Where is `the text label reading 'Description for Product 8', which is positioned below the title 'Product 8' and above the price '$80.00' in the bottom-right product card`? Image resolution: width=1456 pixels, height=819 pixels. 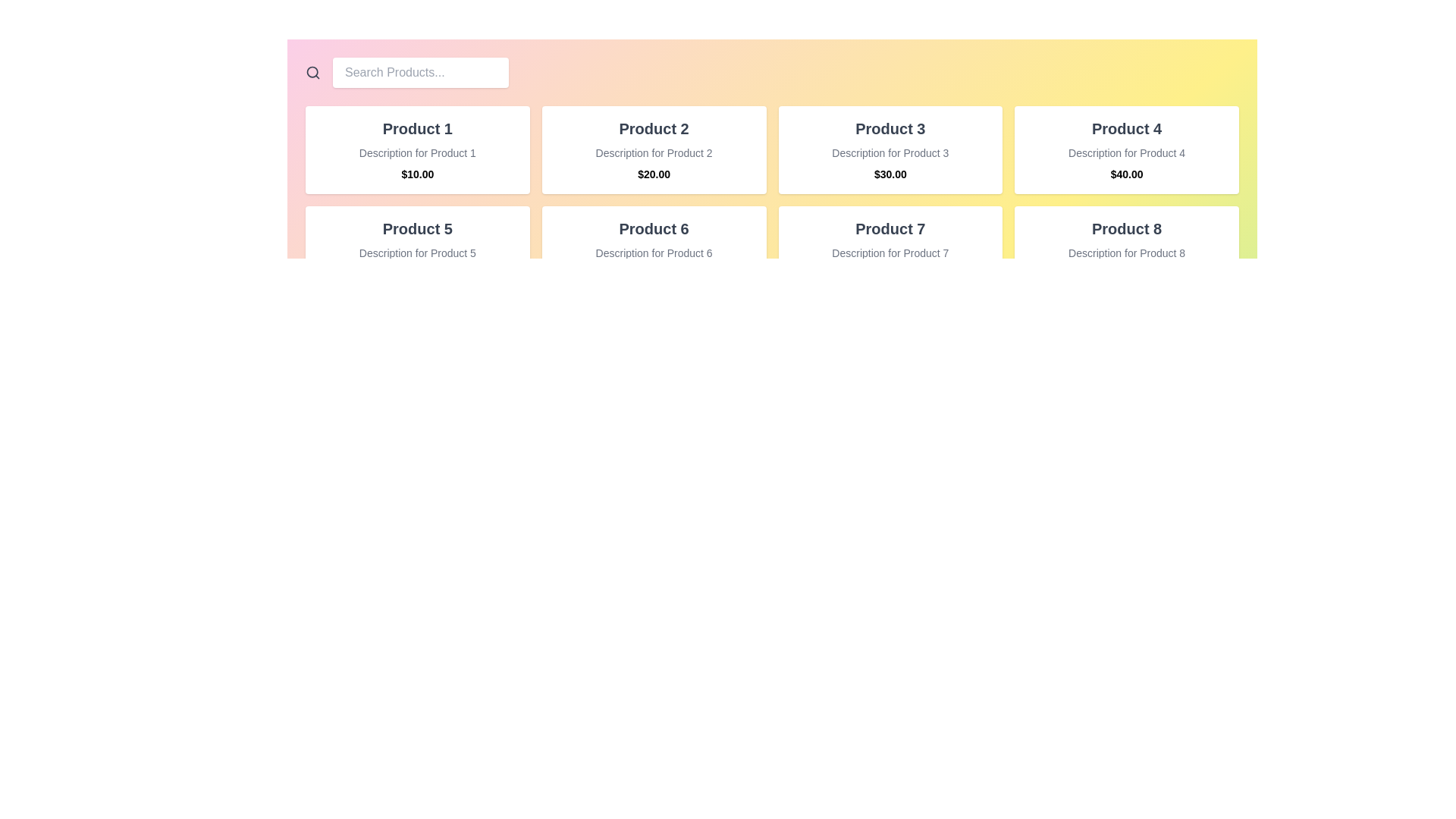 the text label reading 'Description for Product 8', which is positioned below the title 'Product 8' and above the price '$80.00' in the bottom-right product card is located at coordinates (1127, 253).